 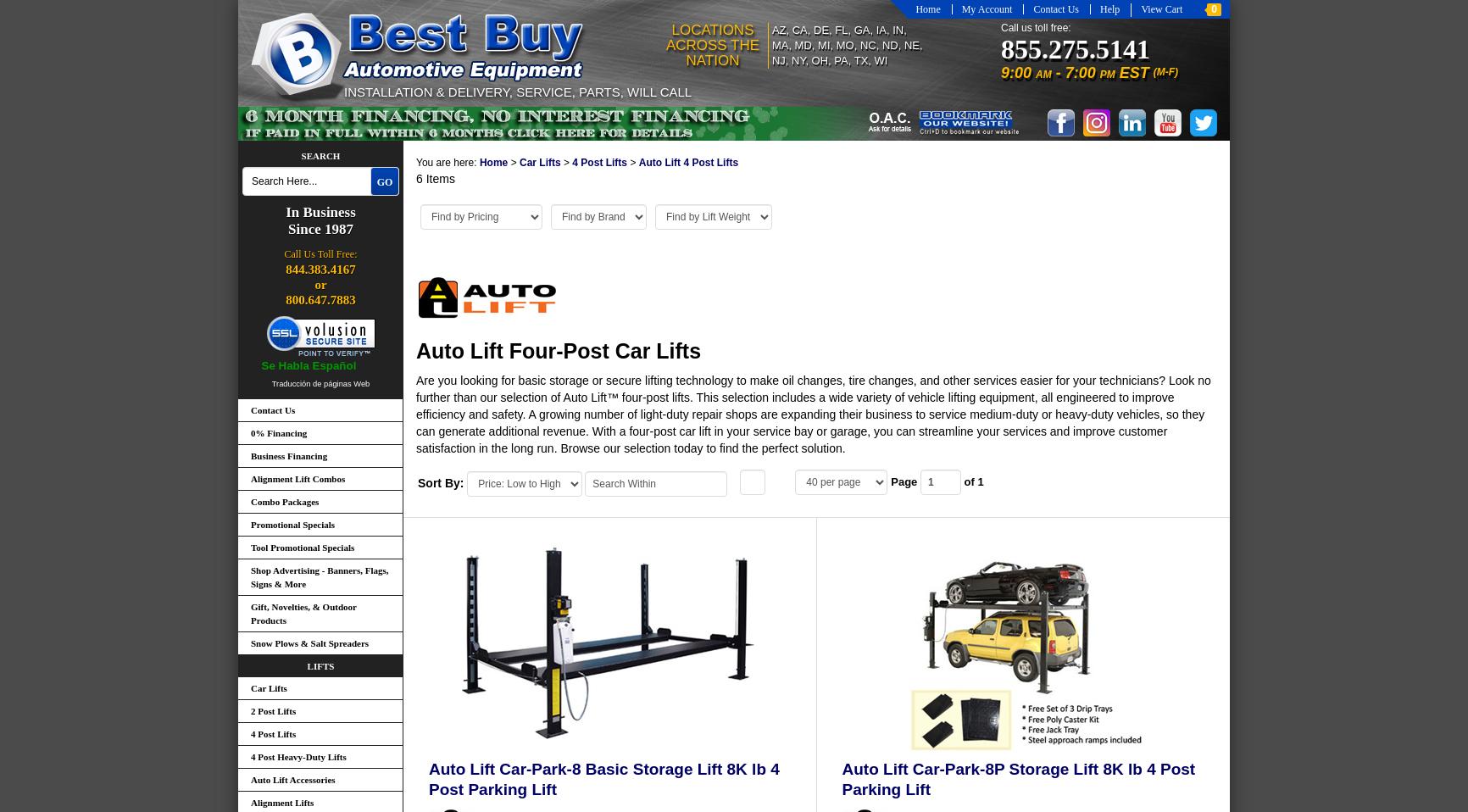 What do you see at coordinates (319, 254) in the screenshot?
I see `'Call Us Toll Free:'` at bounding box center [319, 254].